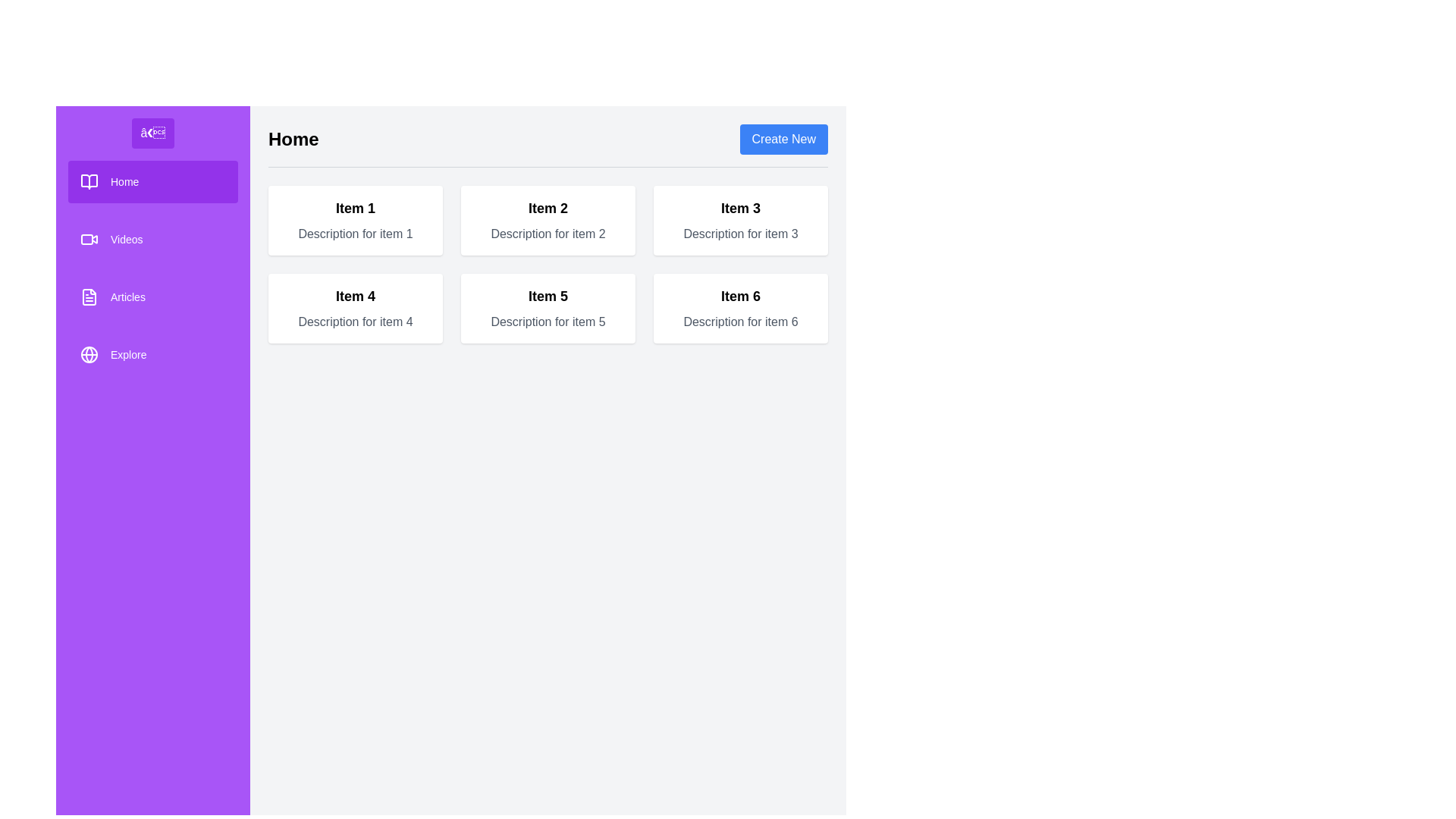 This screenshot has width=1456, height=819. What do you see at coordinates (124, 180) in the screenshot?
I see `'Home' label located in the left sidebar menu, which displays white text on a purple background beneath the open book icon` at bounding box center [124, 180].